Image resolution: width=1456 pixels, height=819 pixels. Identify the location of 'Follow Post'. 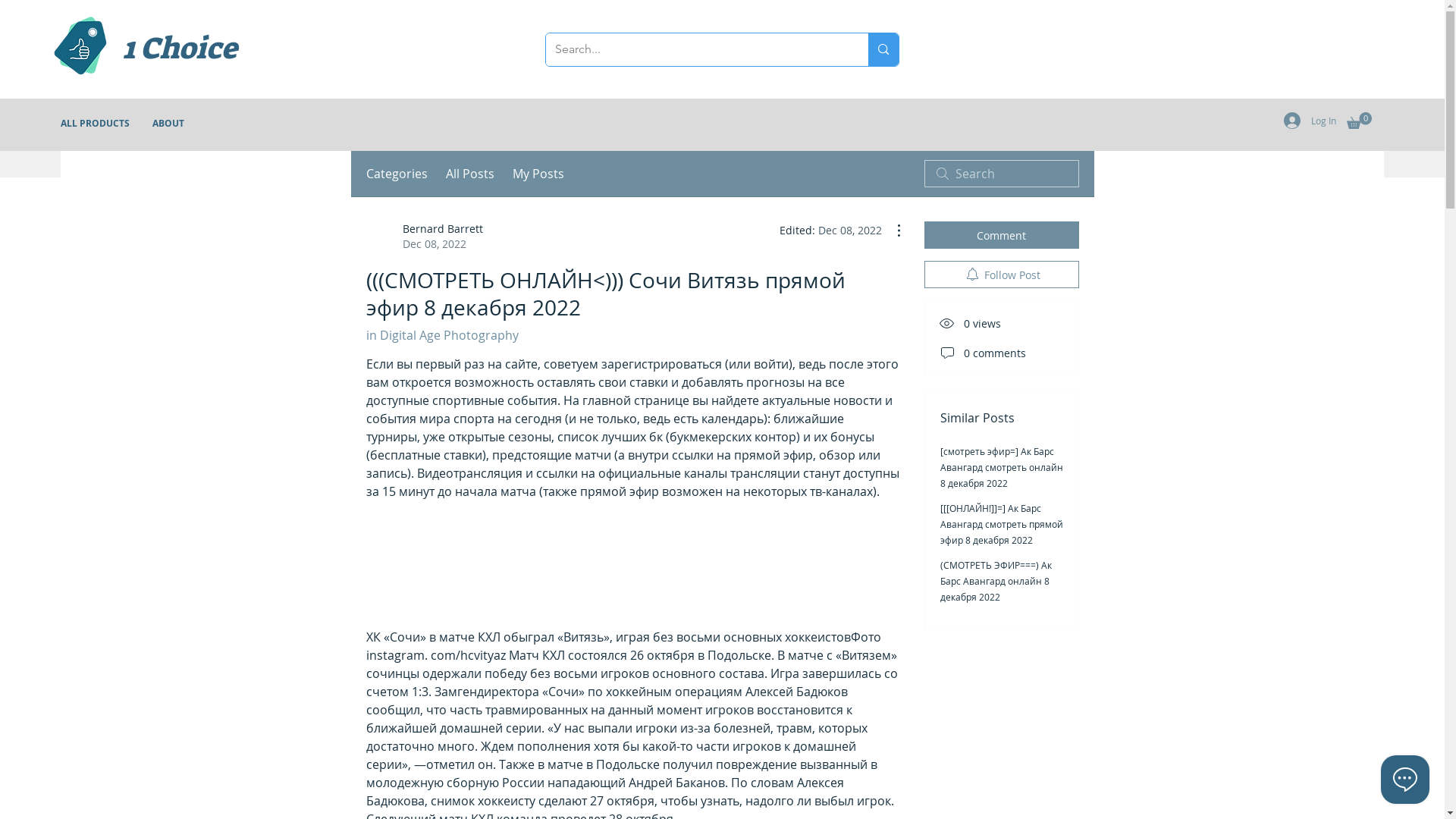
(1001, 275).